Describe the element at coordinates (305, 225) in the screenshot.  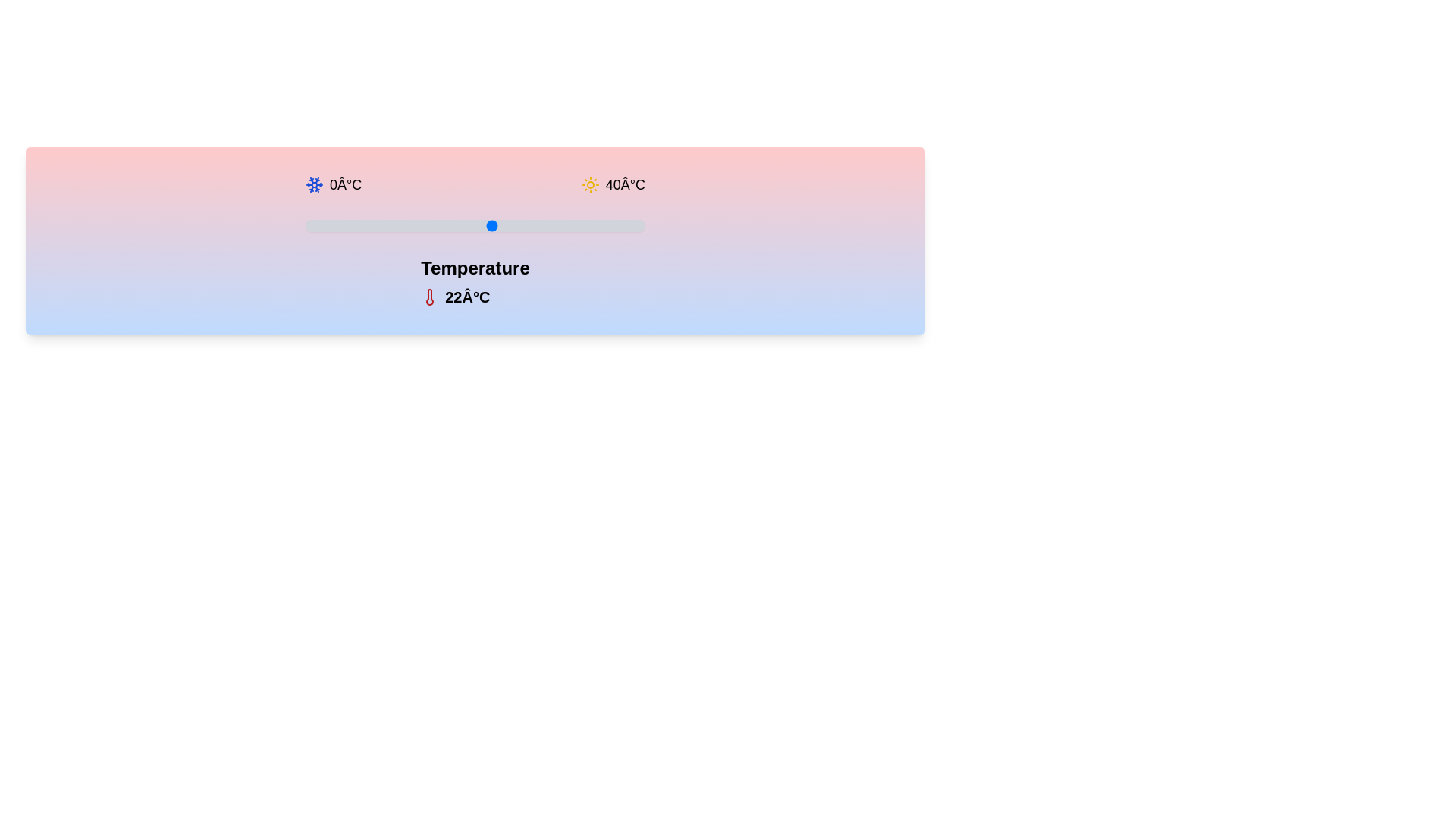
I see `the slider to set the temperature to 0°C` at that location.